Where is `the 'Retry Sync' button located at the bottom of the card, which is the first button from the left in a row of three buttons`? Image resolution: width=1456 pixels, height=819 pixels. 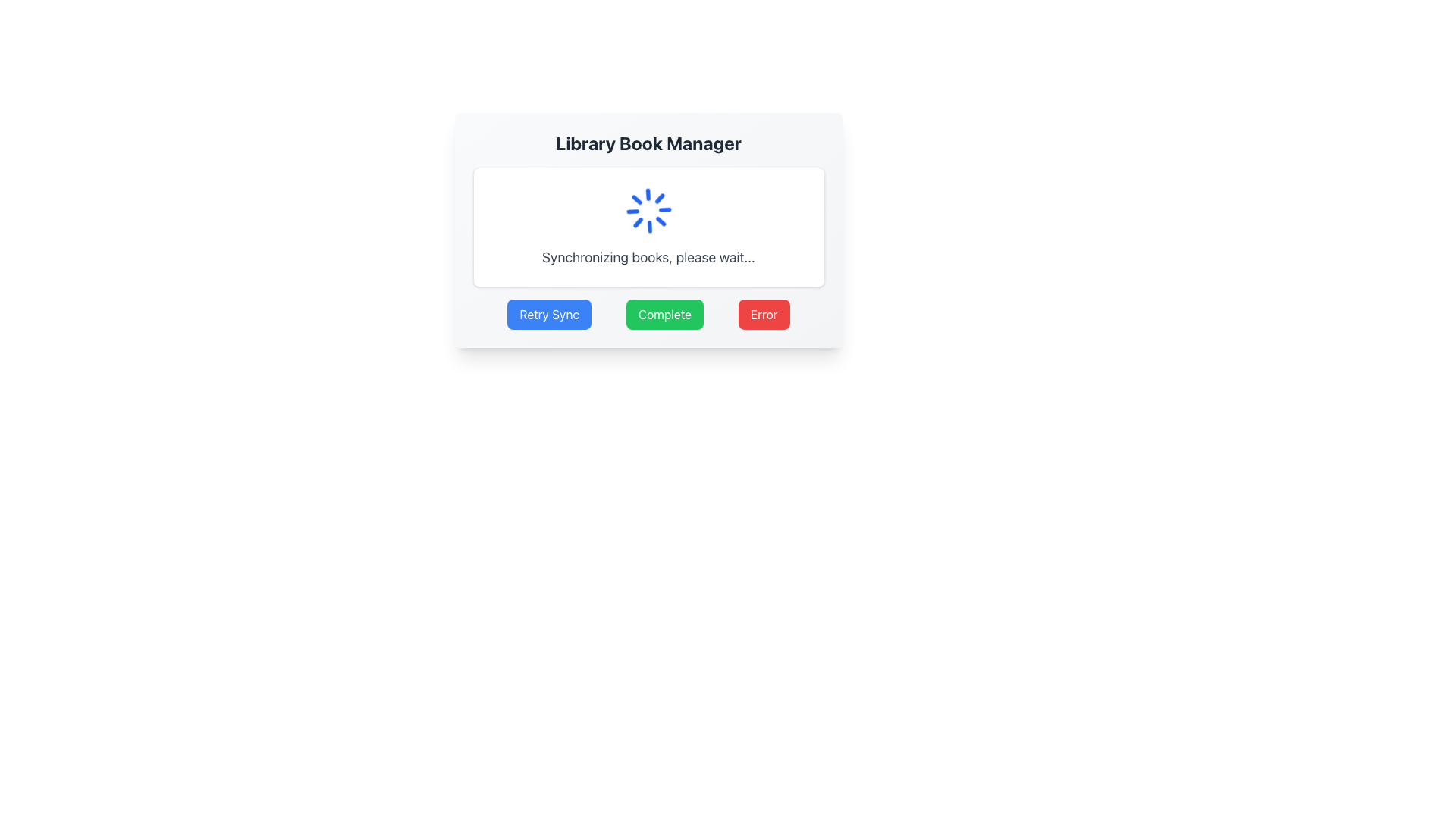 the 'Retry Sync' button located at the bottom of the card, which is the first button from the left in a row of three buttons is located at coordinates (548, 314).